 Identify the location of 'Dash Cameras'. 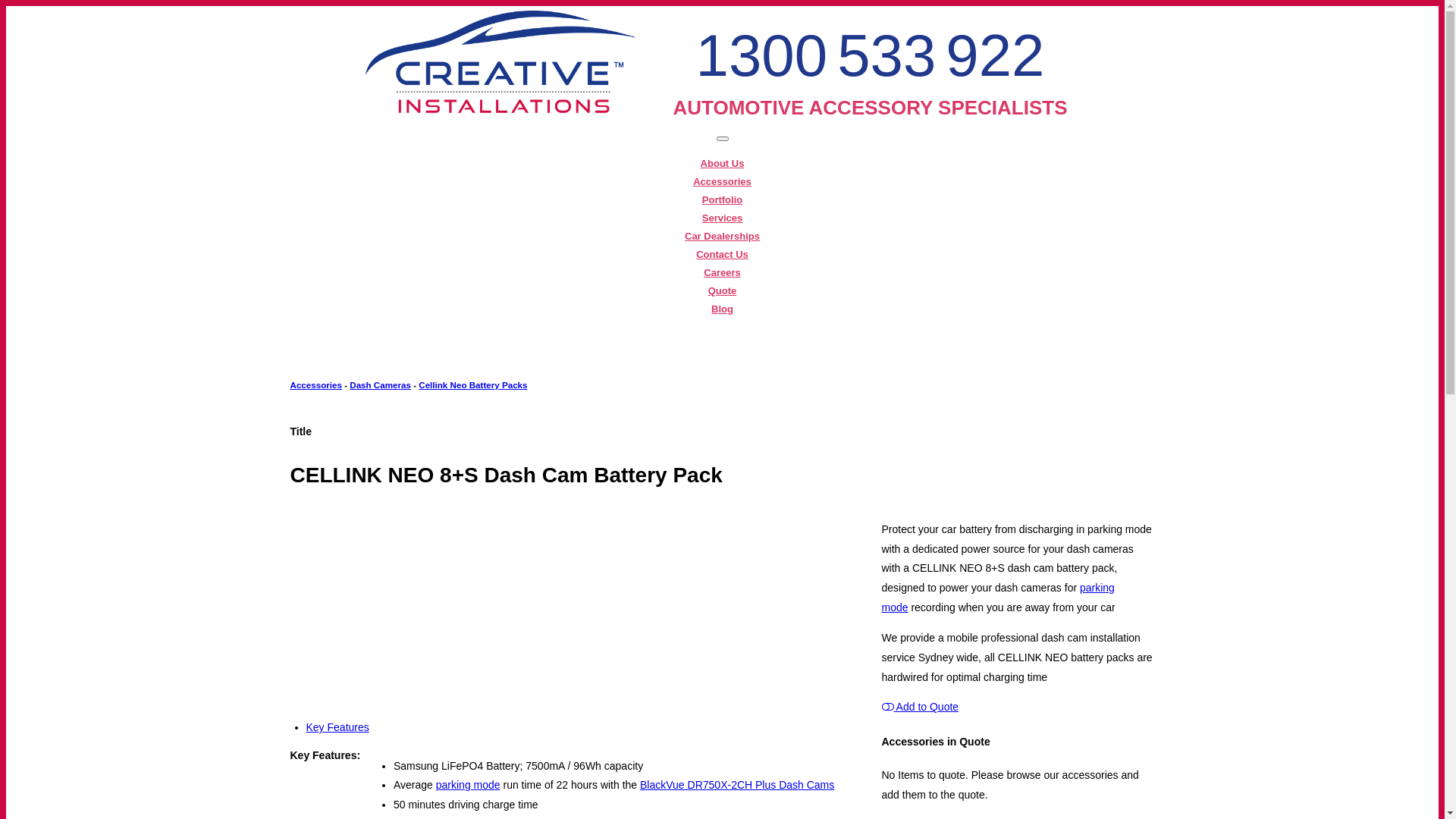
(348, 384).